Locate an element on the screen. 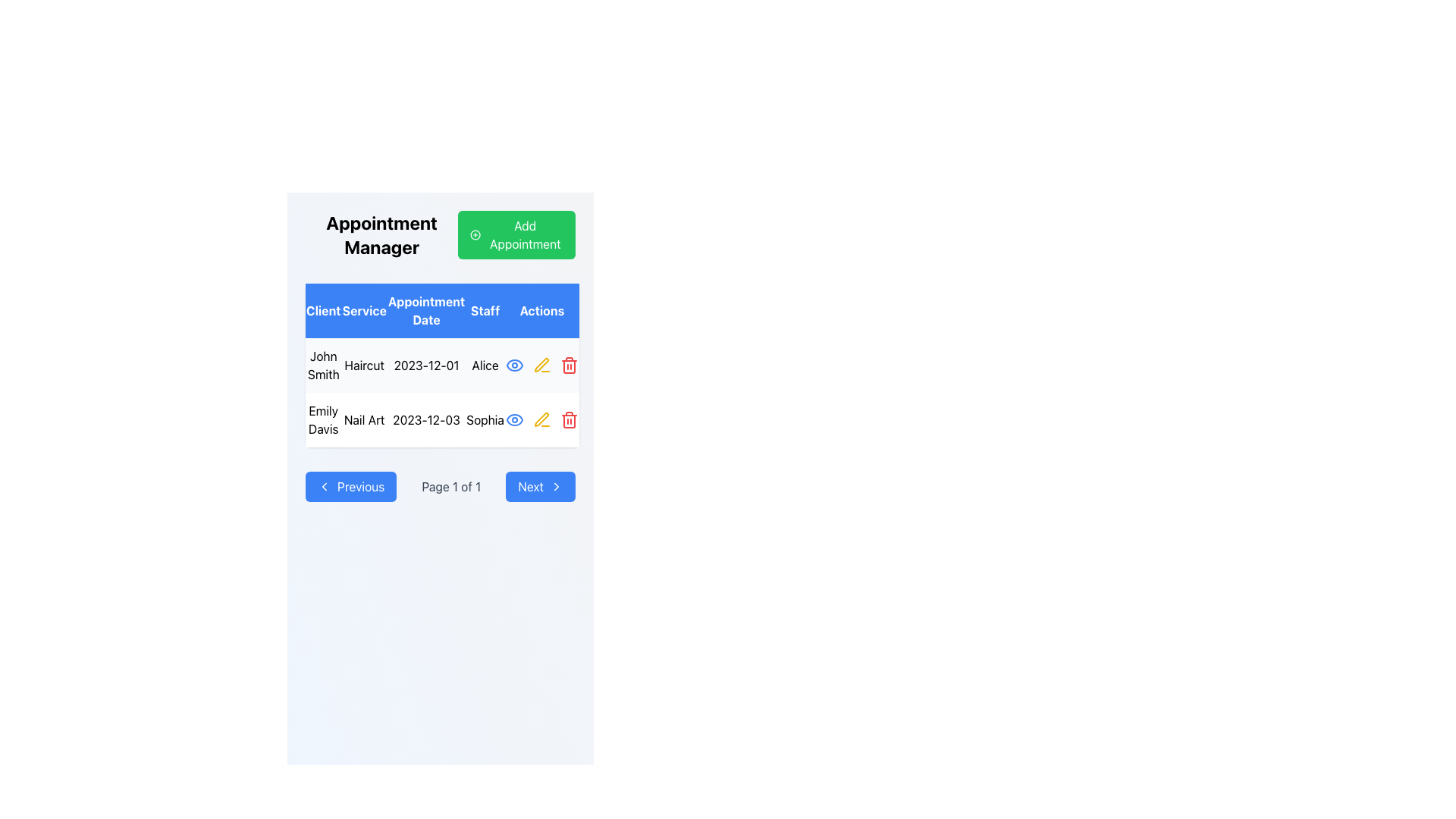 The height and width of the screenshot is (819, 1456). the Text Display element that shows the client name 'John Smith', located in the topmost row under the 'Client Service' column, at the leftmost position is located at coordinates (322, 366).